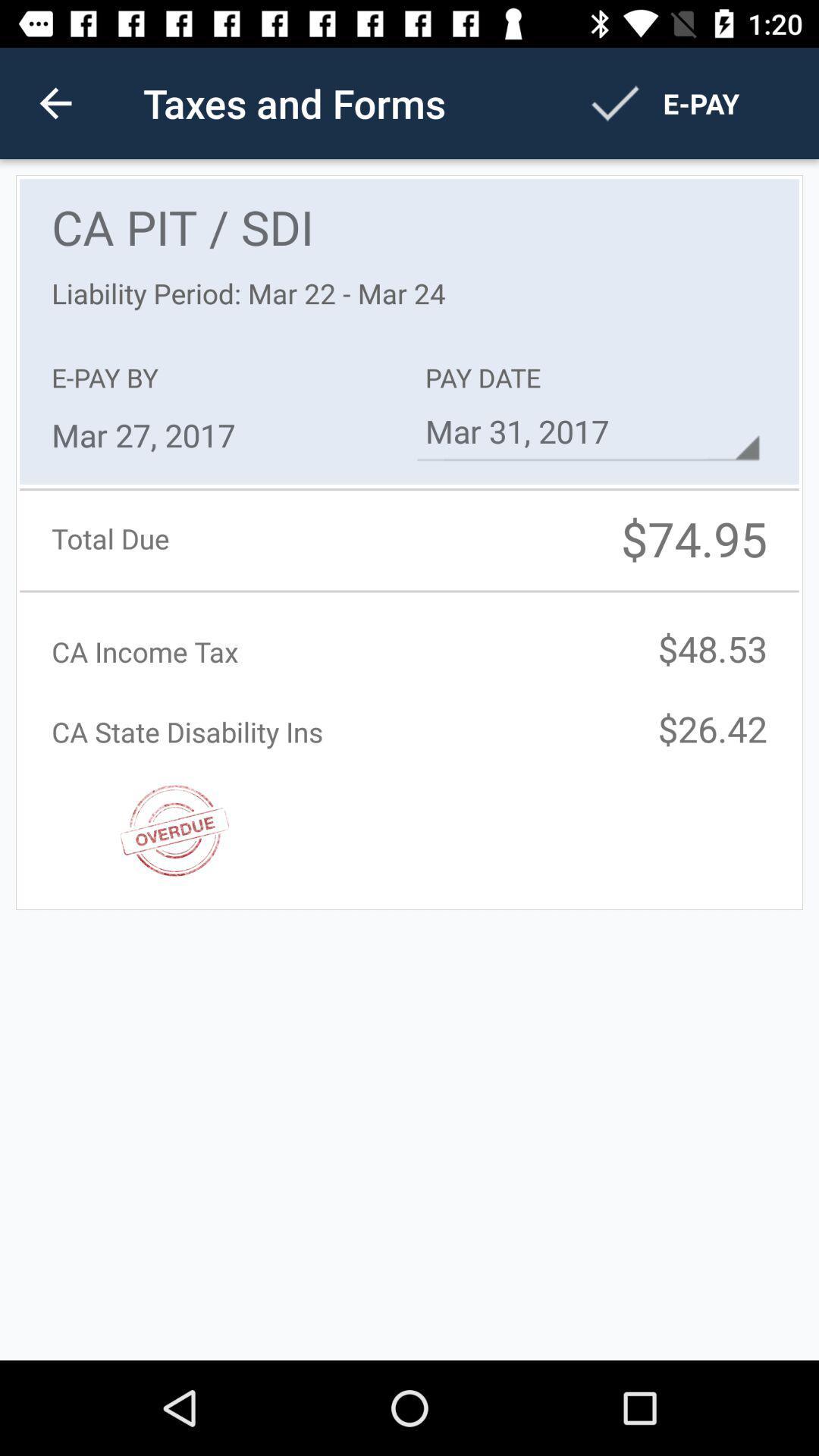 The image size is (819, 1456). I want to click on item above the ca pit / sdi item, so click(55, 102).